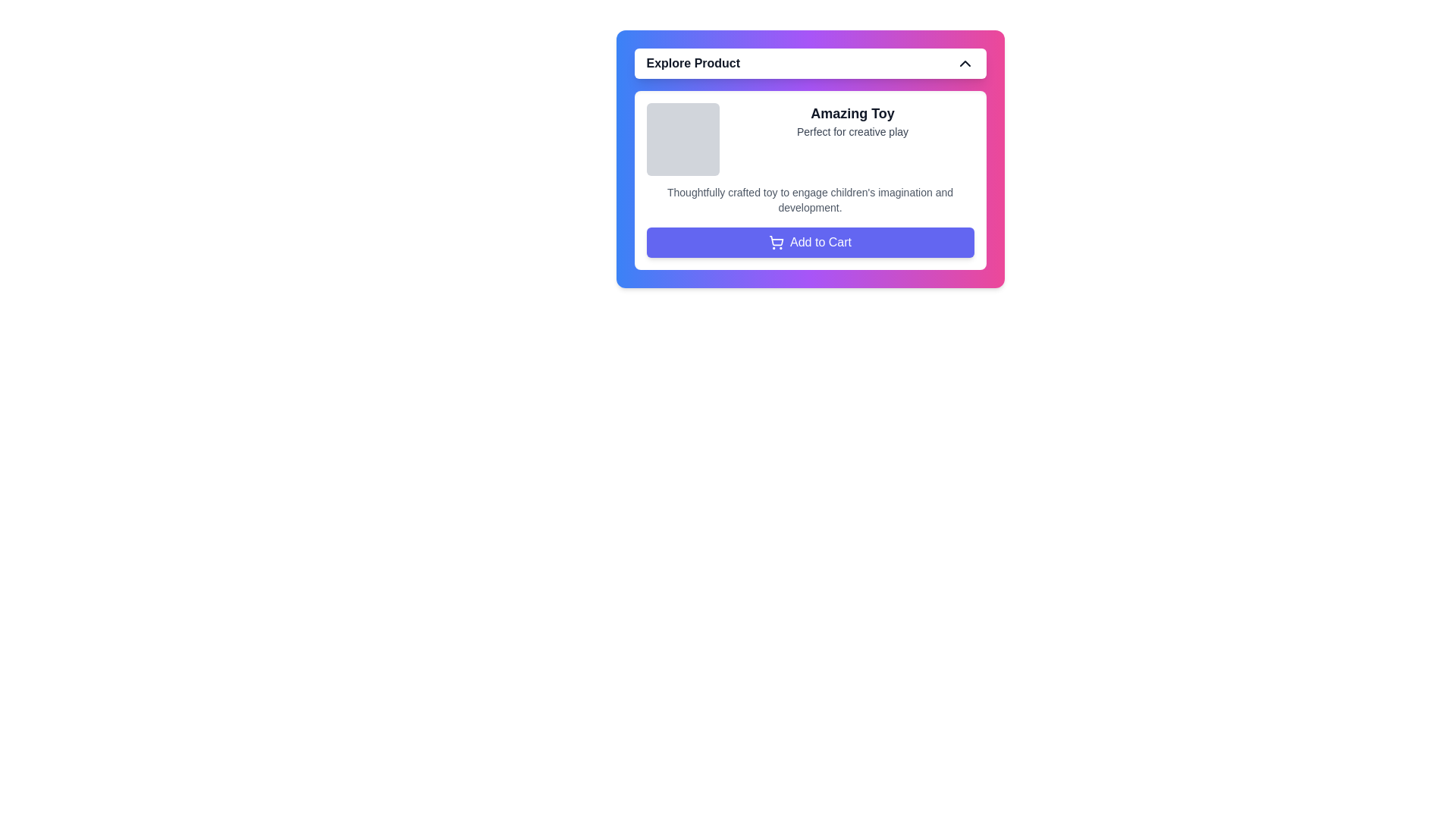 The width and height of the screenshot is (1456, 819). What do you see at coordinates (682, 140) in the screenshot?
I see `the image placeholder located on the left side of the group, adjacent to the title 'Amazing Toy' and the subtitle 'Perfect for creative play'` at bounding box center [682, 140].